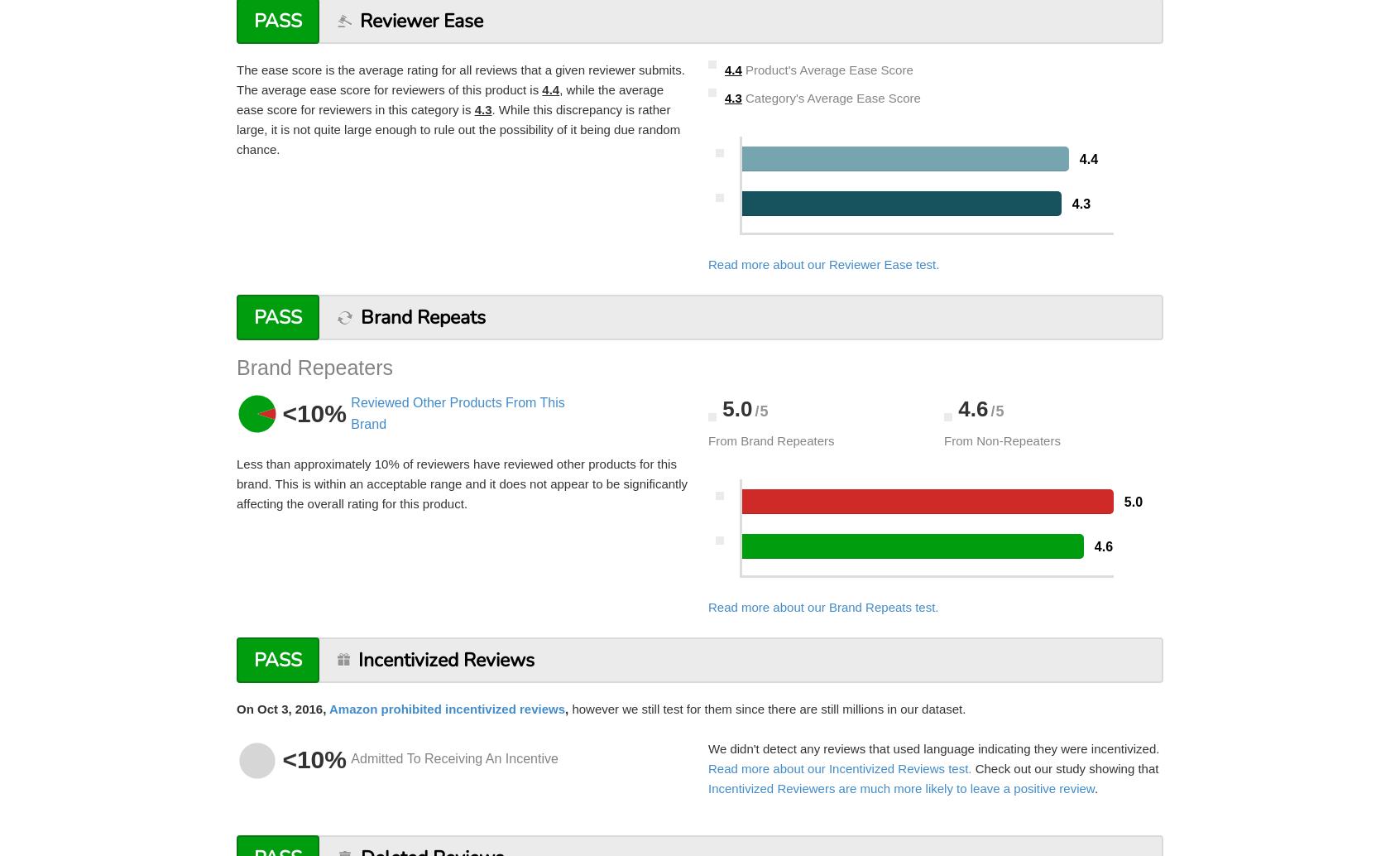 The width and height of the screenshot is (1400, 856). Describe the element at coordinates (281, 707) in the screenshot. I see `'On Oct 3, 2016,'` at that location.